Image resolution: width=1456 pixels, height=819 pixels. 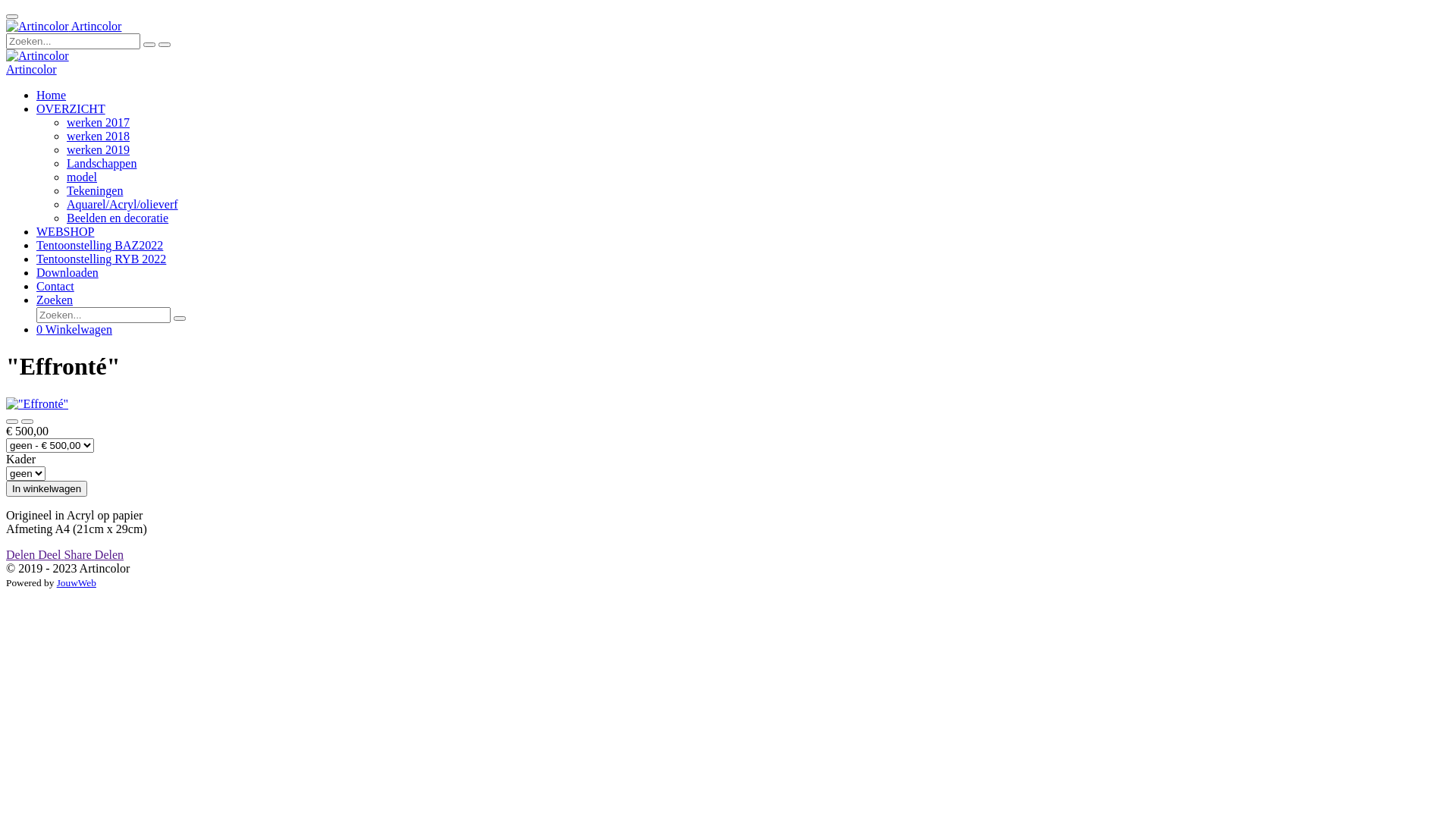 What do you see at coordinates (100, 258) in the screenshot?
I see `'Tentoonstelling RYB 2022'` at bounding box center [100, 258].